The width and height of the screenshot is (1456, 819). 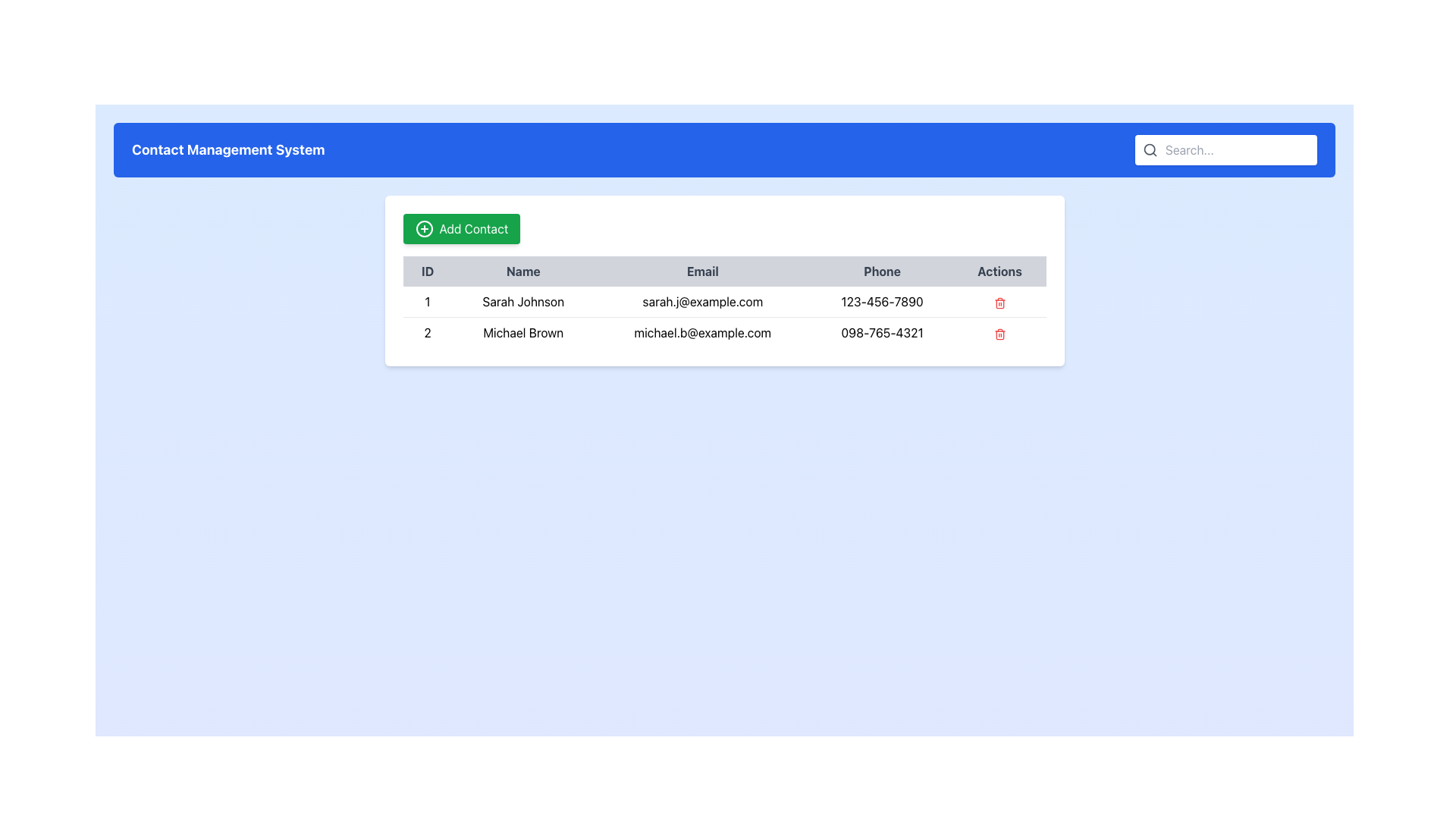 What do you see at coordinates (999, 303) in the screenshot?
I see `the red trash can icon button in the 'Actions' column of the table` at bounding box center [999, 303].